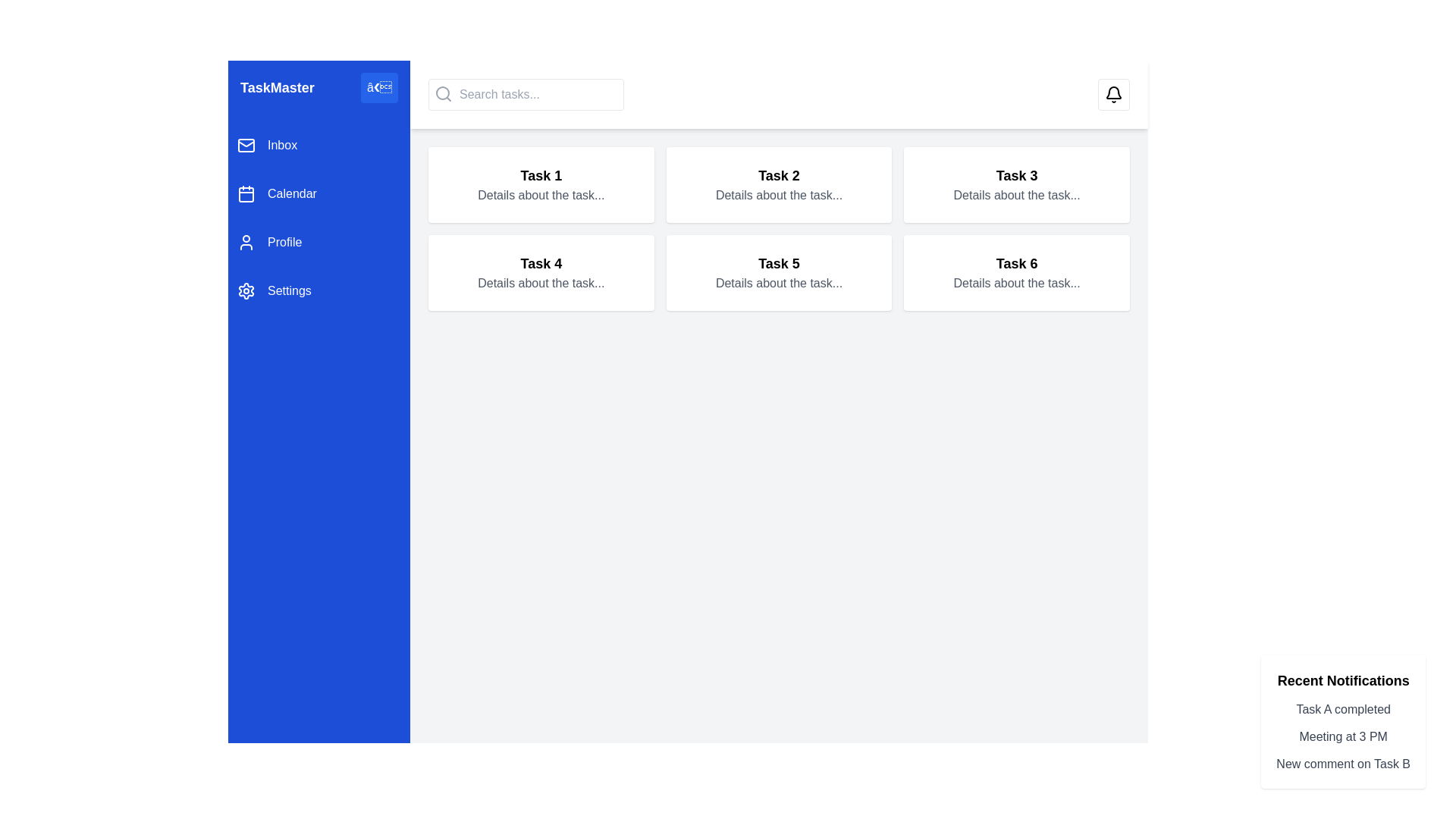 This screenshot has width=1456, height=819. I want to click on the informational card titled 'Recent Notifications', which contains three items: 'Task A completed', 'Meeting at 3 PM', and 'New comment on Task B', so click(1343, 721).